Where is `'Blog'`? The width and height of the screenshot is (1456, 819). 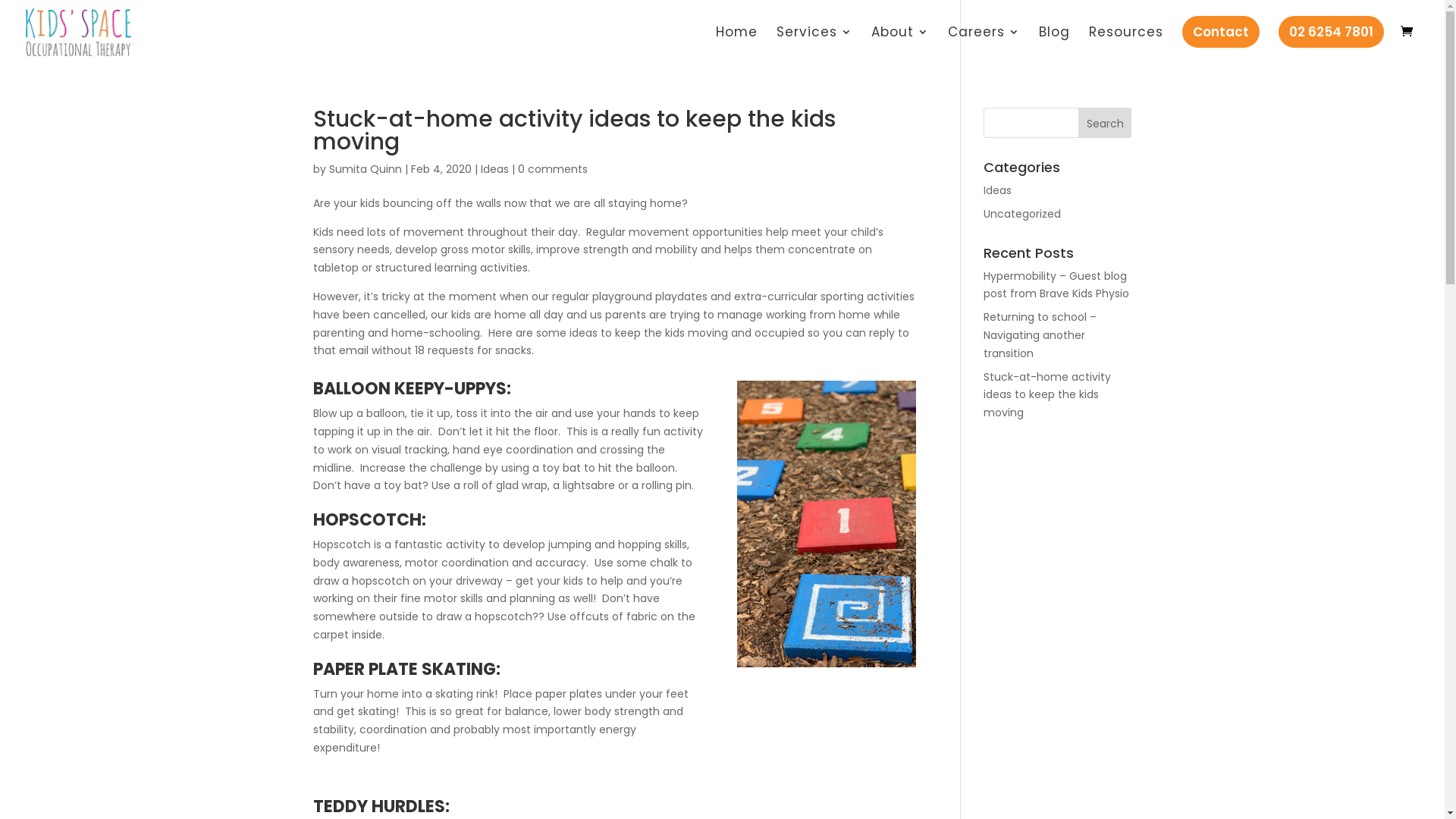
'Blog' is located at coordinates (1037, 43).